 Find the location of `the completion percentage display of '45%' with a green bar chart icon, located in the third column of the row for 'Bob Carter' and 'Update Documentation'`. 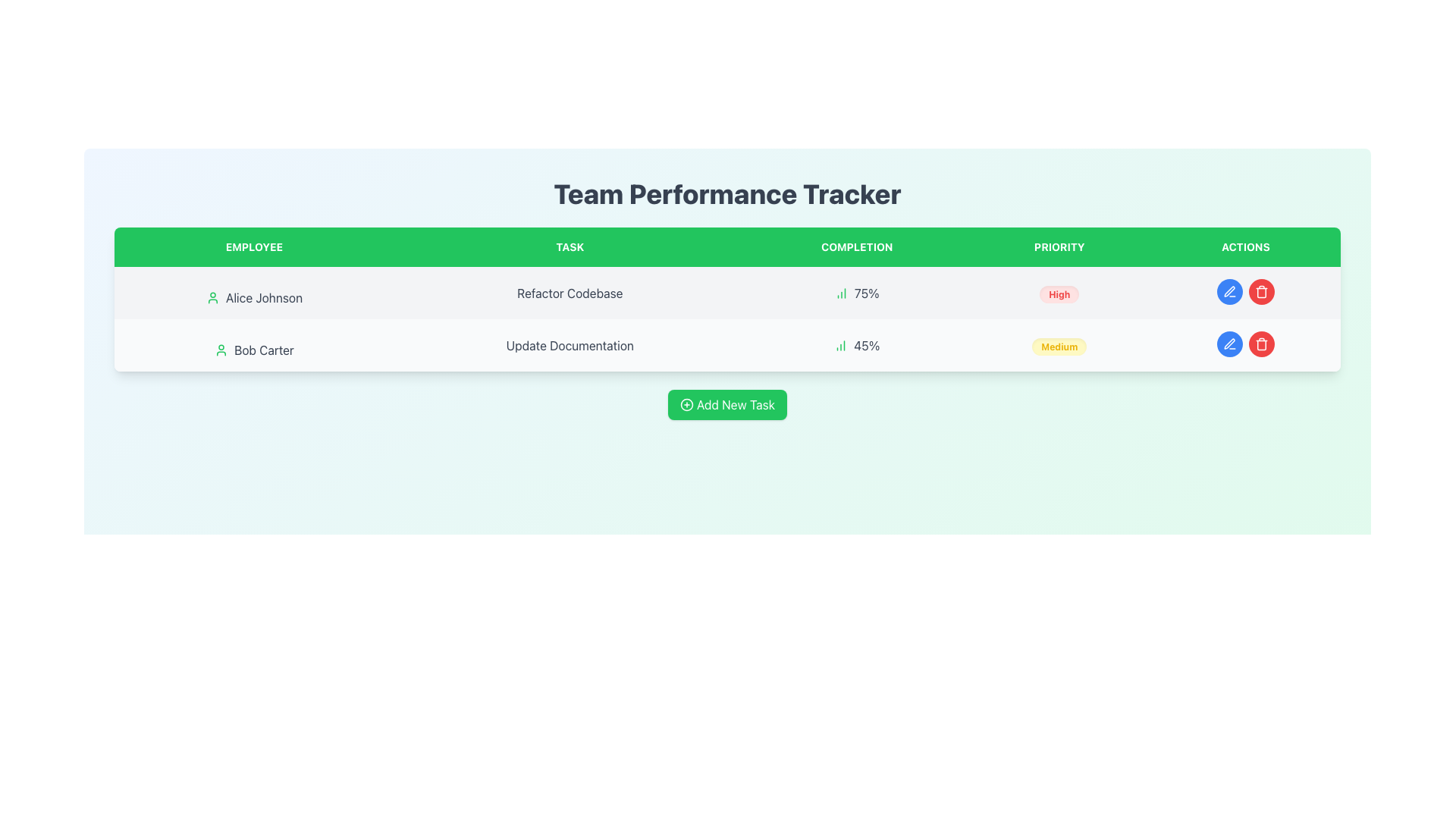

the completion percentage display of '45%' with a green bar chart icon, located in the third column of the row for 'Bob Carter' and 'Update Documentation' is located at coordinates (856, 345).